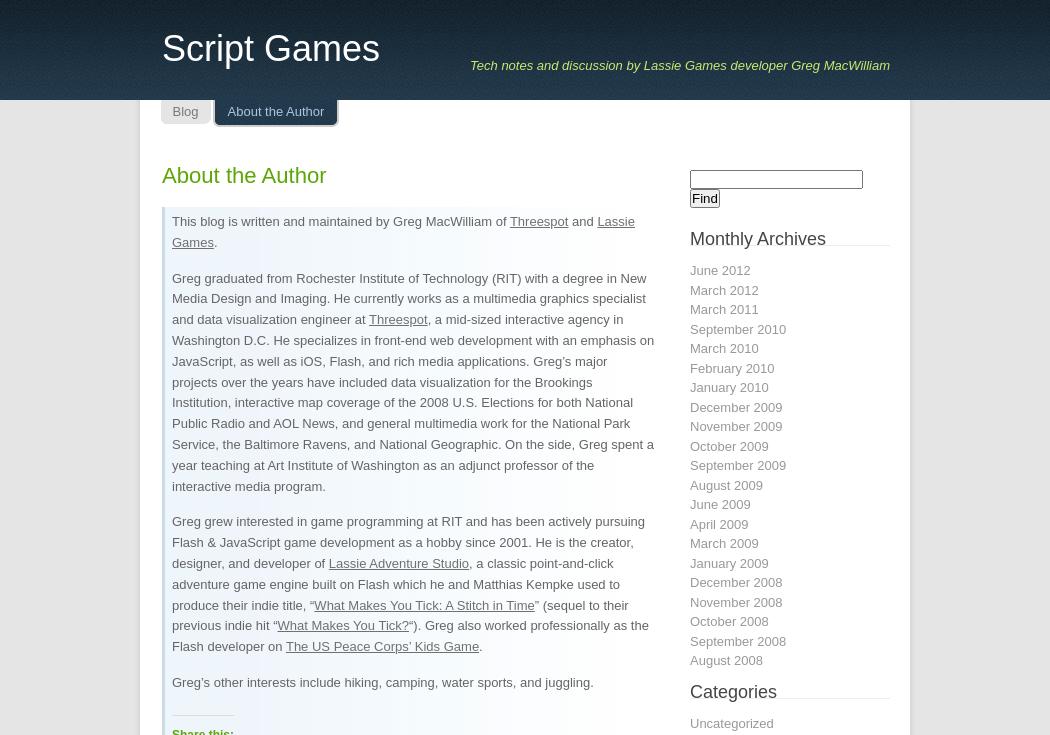 This screenshot has width=1050, height=735. What do you see at coordinates (400, 614) in the screenshot?
I see `'” (sequel to their previous indie hit “'` at bounding box center [400, 614].